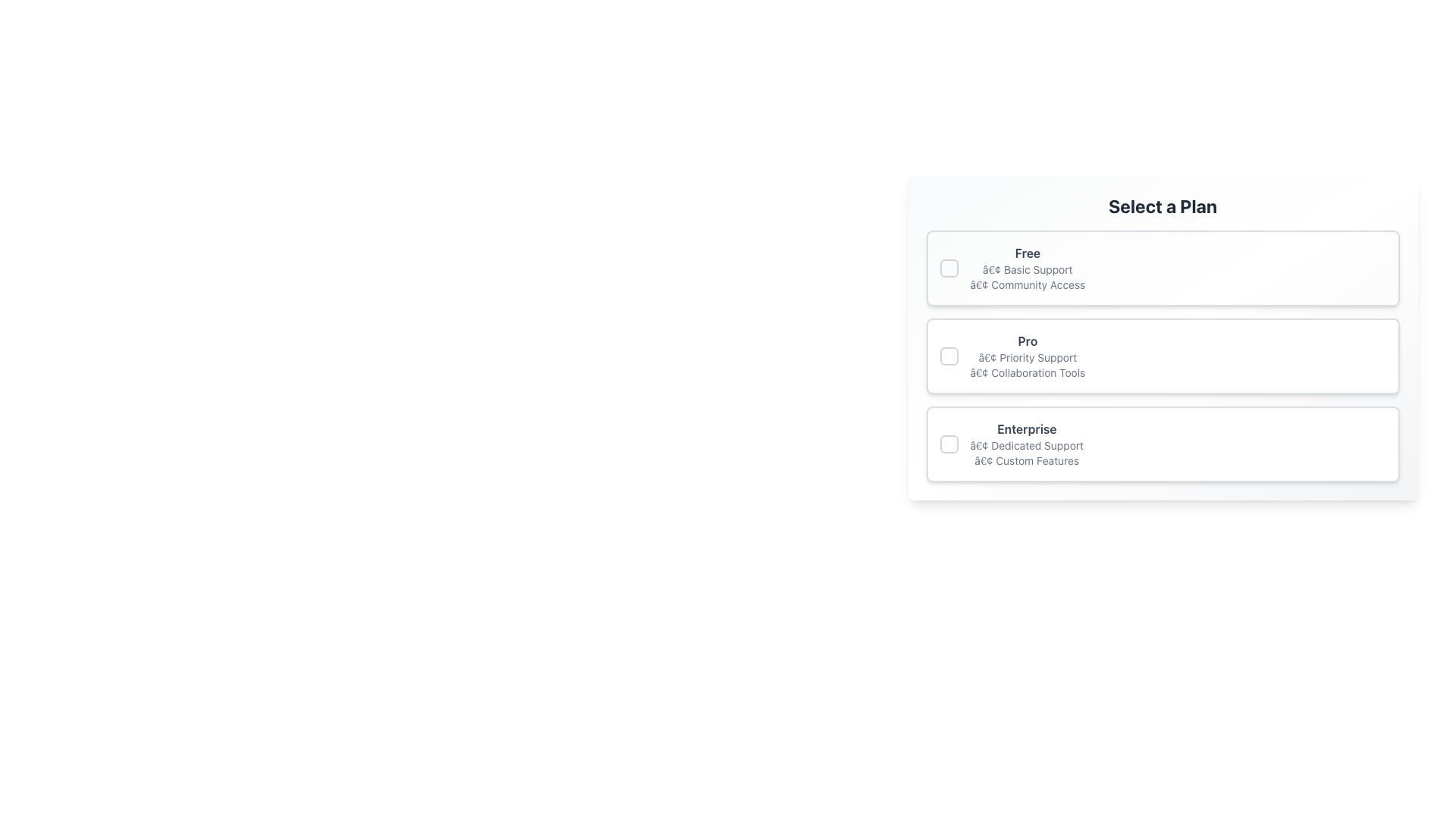 The height and width of the screenshot is (819, 1456). I want to click on text component that summarizes the 'Free' plan, which includes benefits such as 'Basic Support' and 'Community Access', so click(1028, 268).